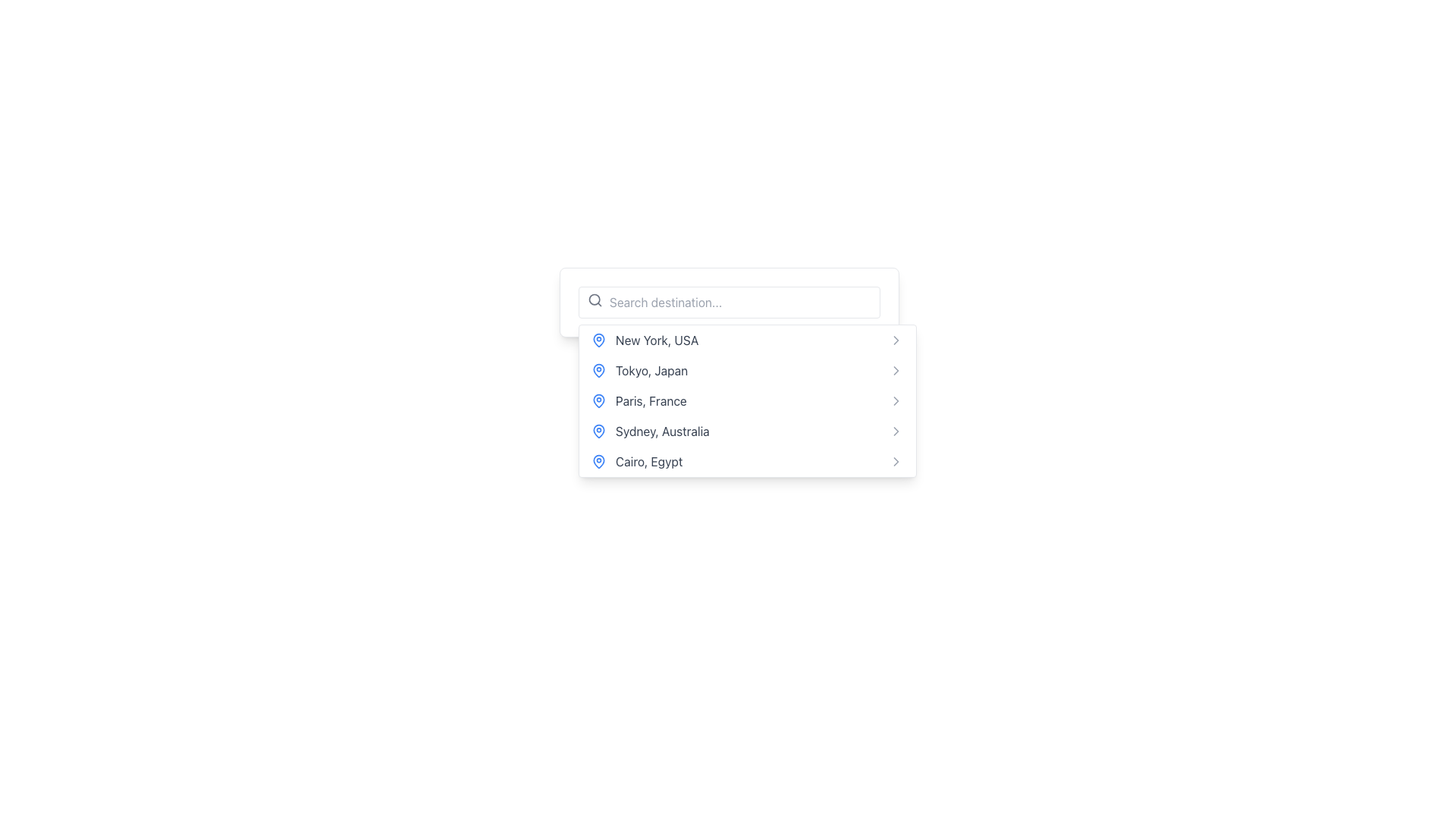  Describe the element at coordinates (598, 430) in the screenshot. I see `the graphical icon representing the location 'Sydney, Australia' in the fourth list item of the dropdown menu` at that location.